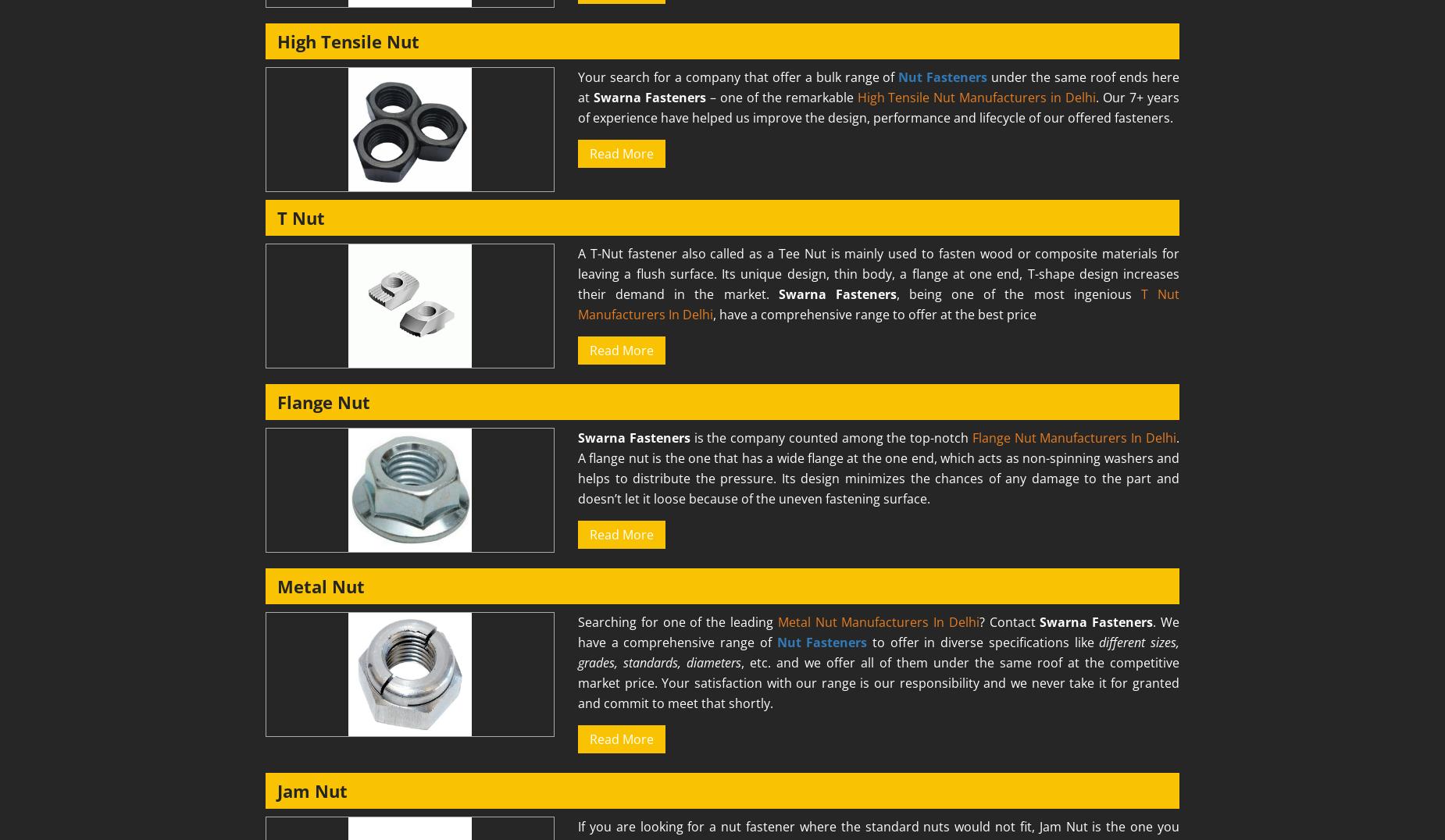  I want to click on 'Searching for one of the leading', so click(677, 621).